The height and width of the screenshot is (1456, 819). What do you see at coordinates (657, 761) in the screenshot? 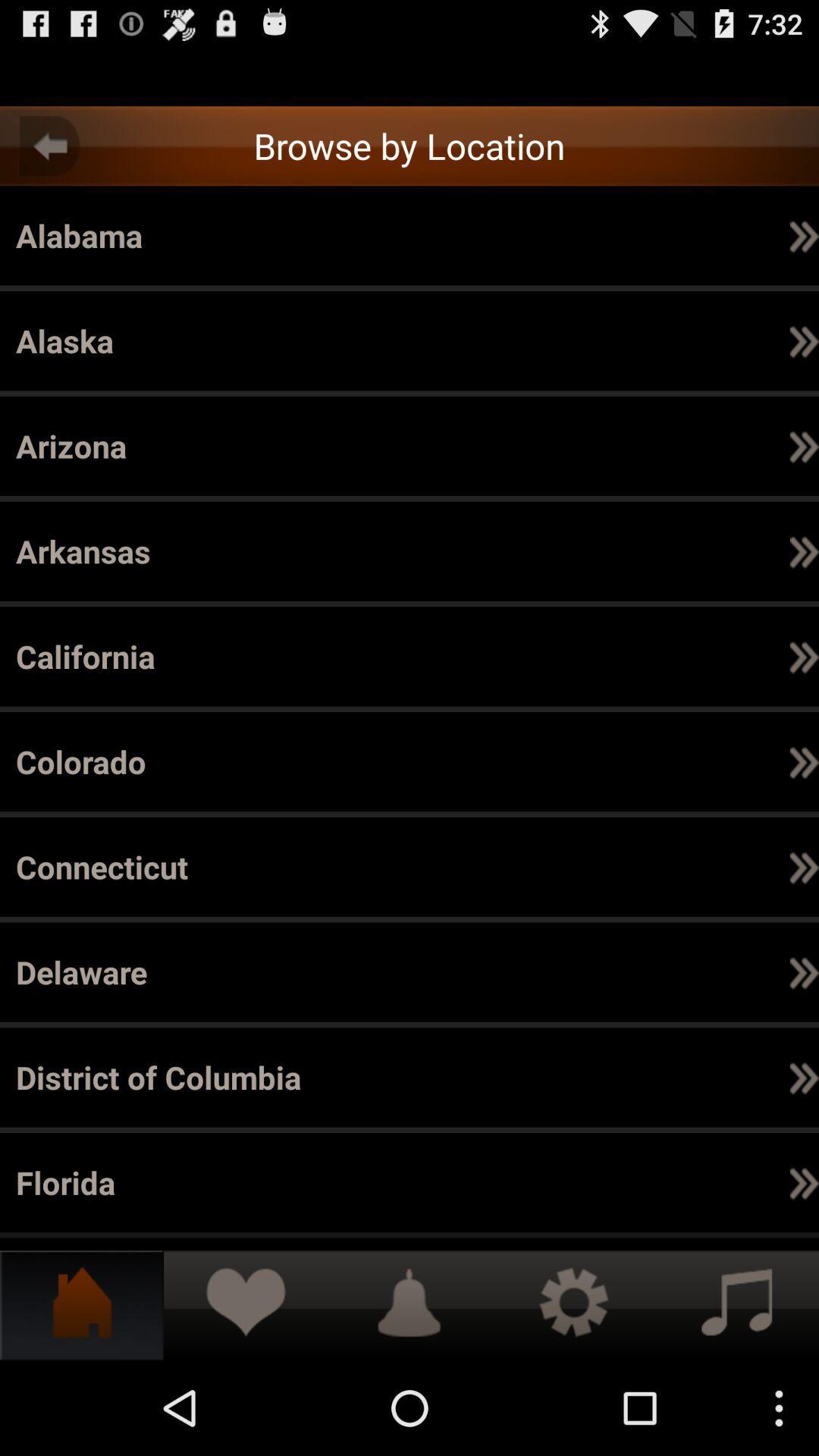
I see `item above   contra costa item` at bounding box center [657, 761].